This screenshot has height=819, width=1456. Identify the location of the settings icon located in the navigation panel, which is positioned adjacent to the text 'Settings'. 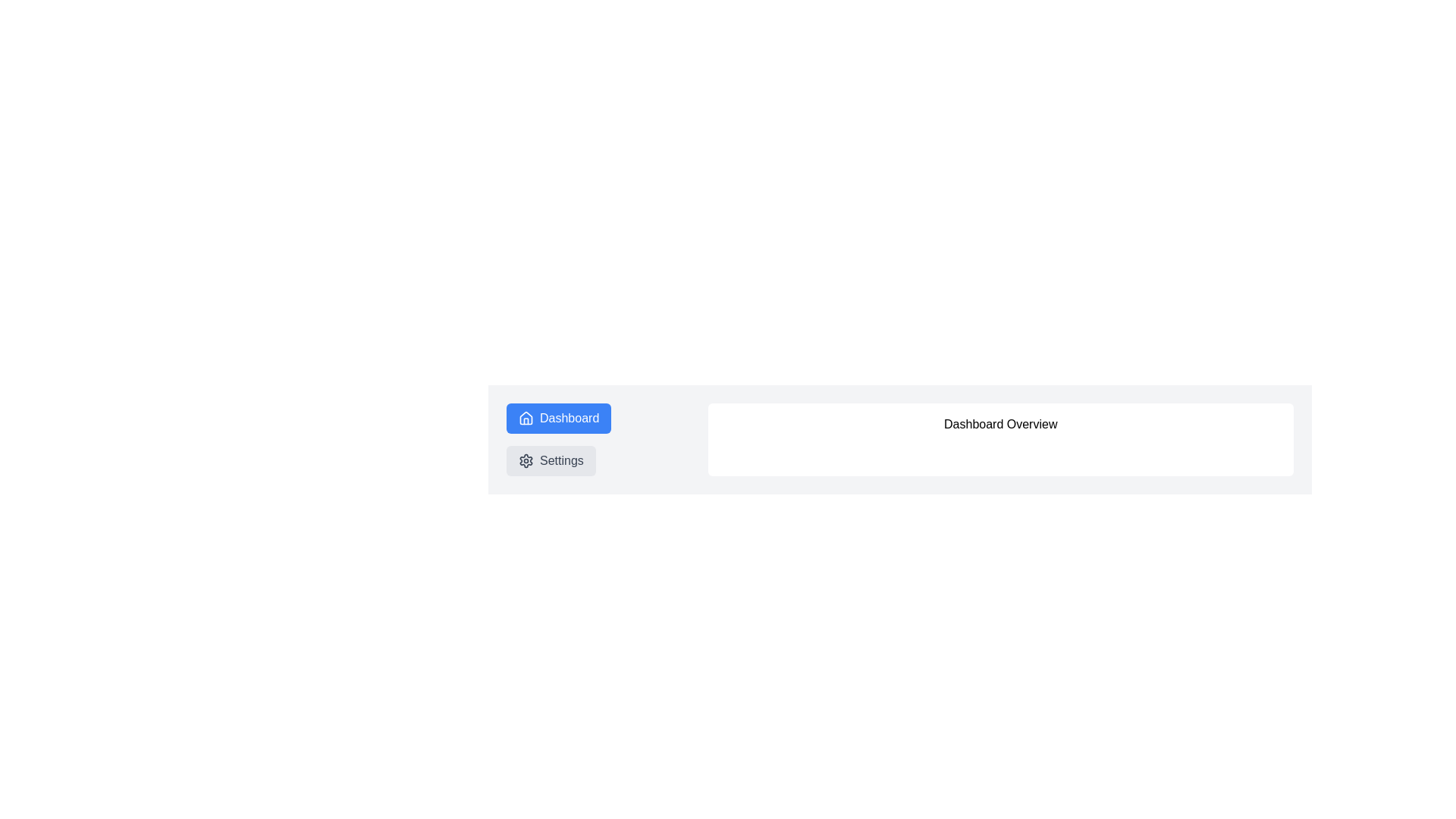
(526, 460).